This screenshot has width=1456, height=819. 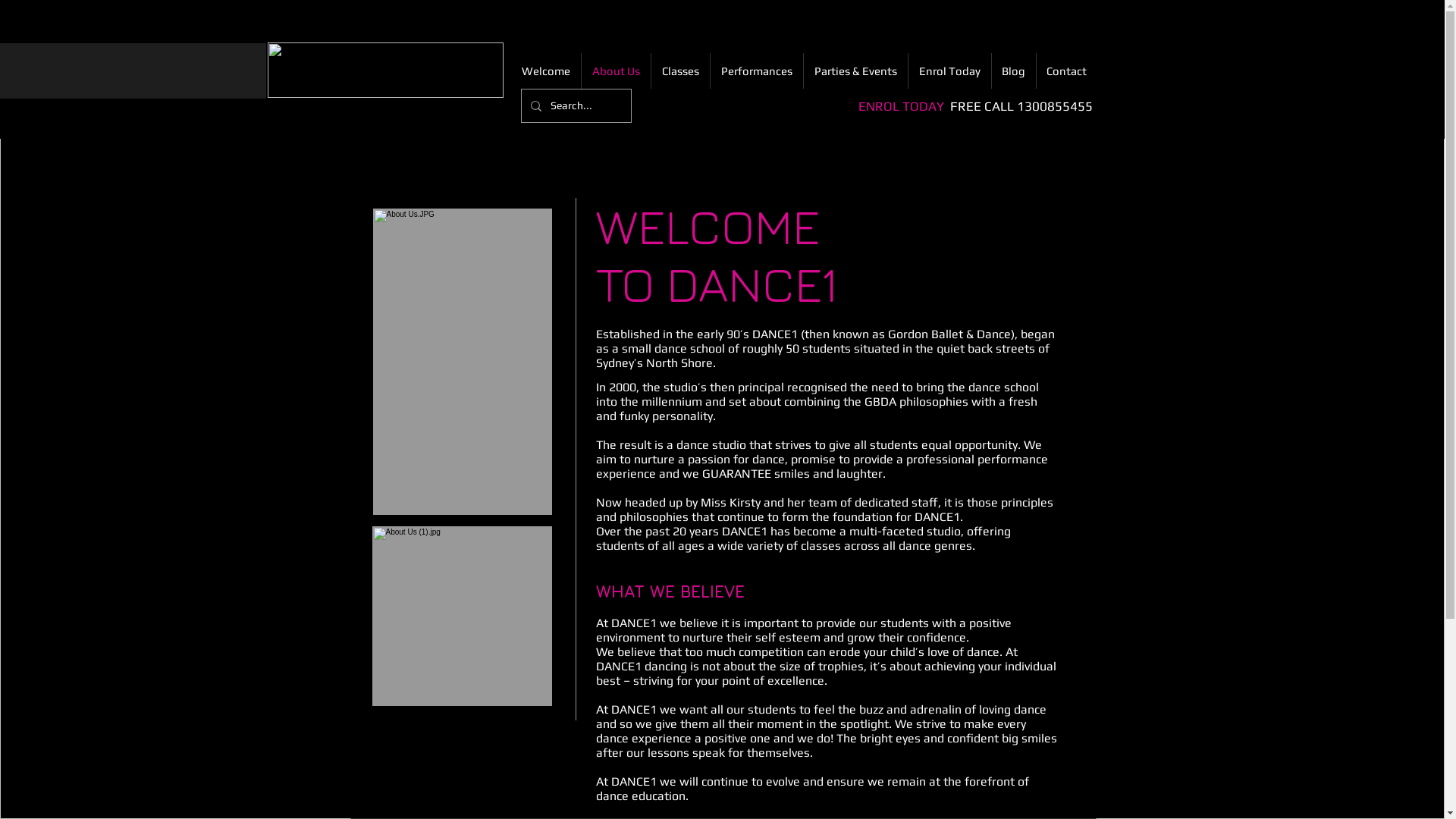 I want to click on 'About Us', so click(x=615, y=71).